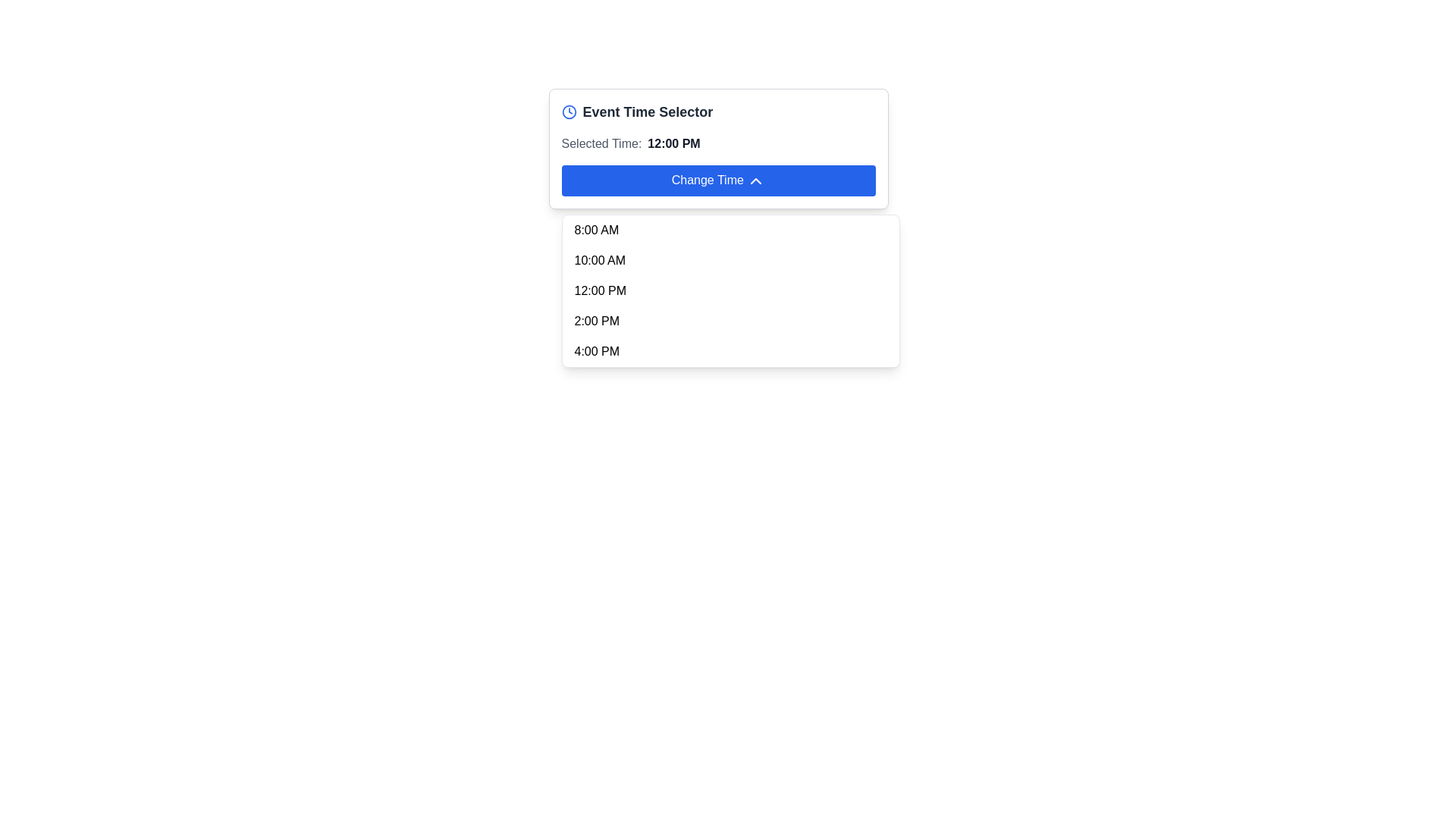 The height and width of the screenshot is (819, 1456). What do you see at coordinates (568, 111) in the screenshot?
I see `the blue circular clock icon located to the left of the 'Event Time Selector' title text` at bounding box center [568, 111].